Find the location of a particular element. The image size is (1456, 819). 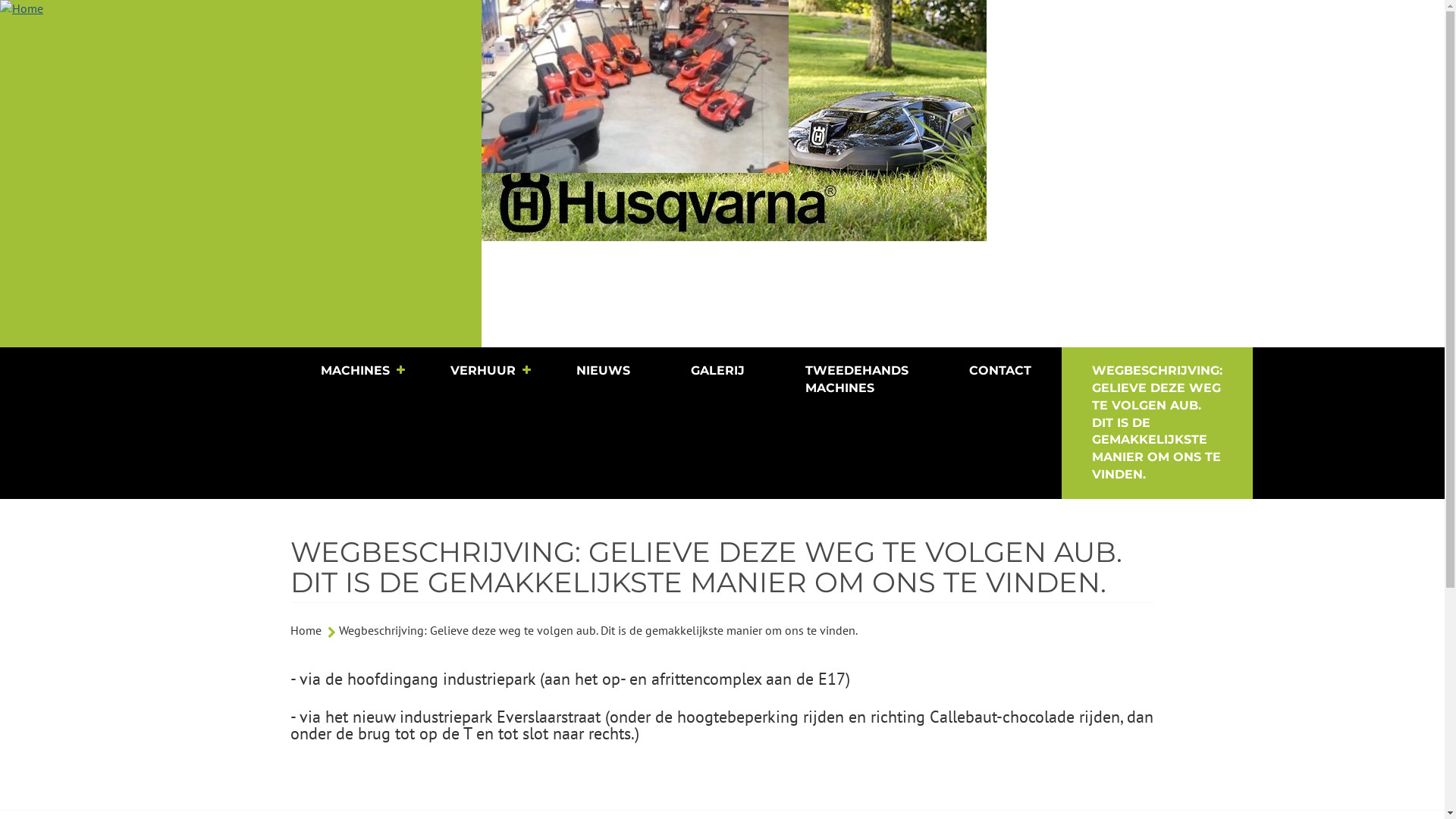

'CONTACT' is located at coordinates (1000, 371).